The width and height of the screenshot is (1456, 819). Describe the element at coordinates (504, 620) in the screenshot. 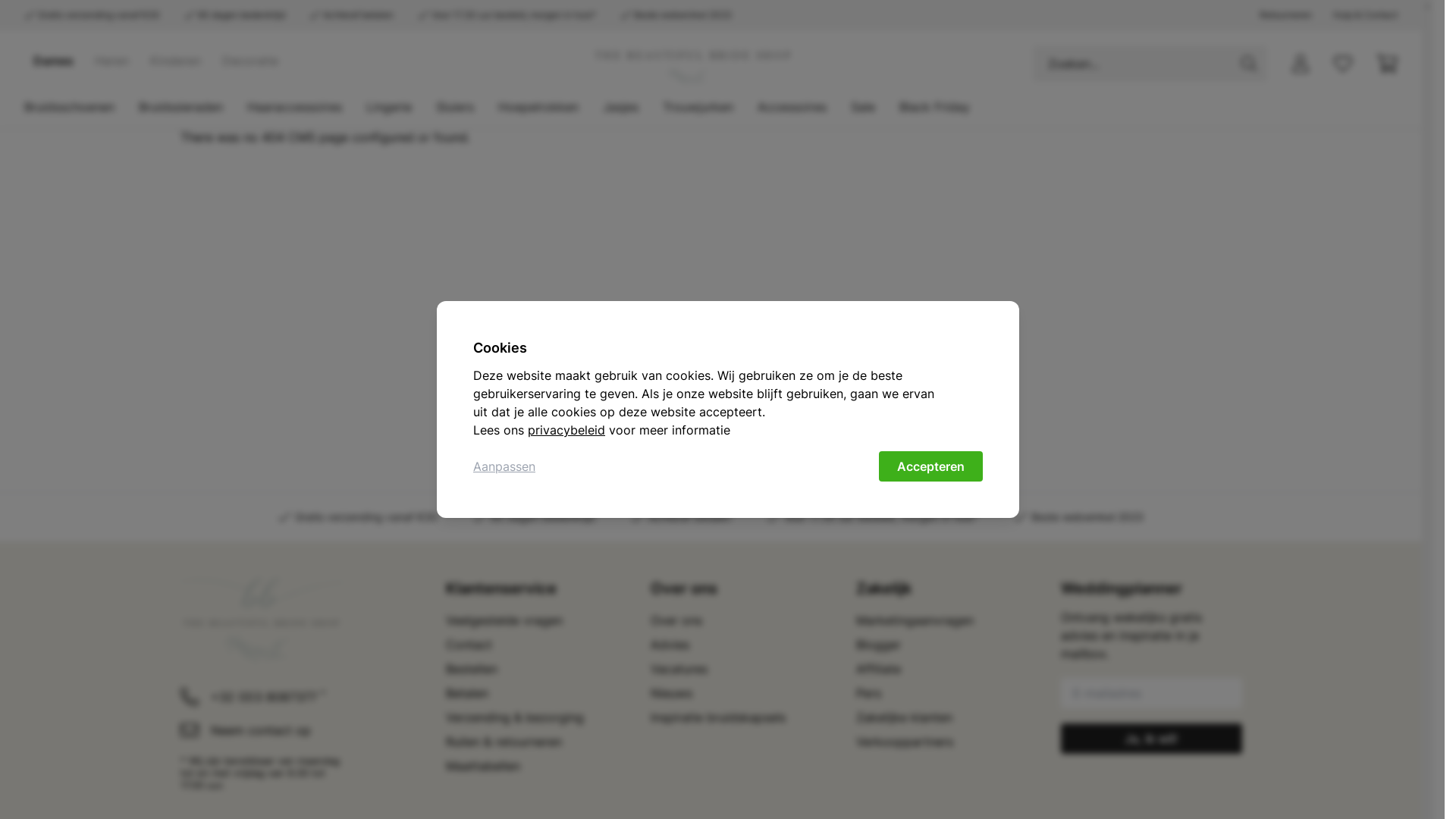

I see `'Veelgestelde vragen'` at that location.